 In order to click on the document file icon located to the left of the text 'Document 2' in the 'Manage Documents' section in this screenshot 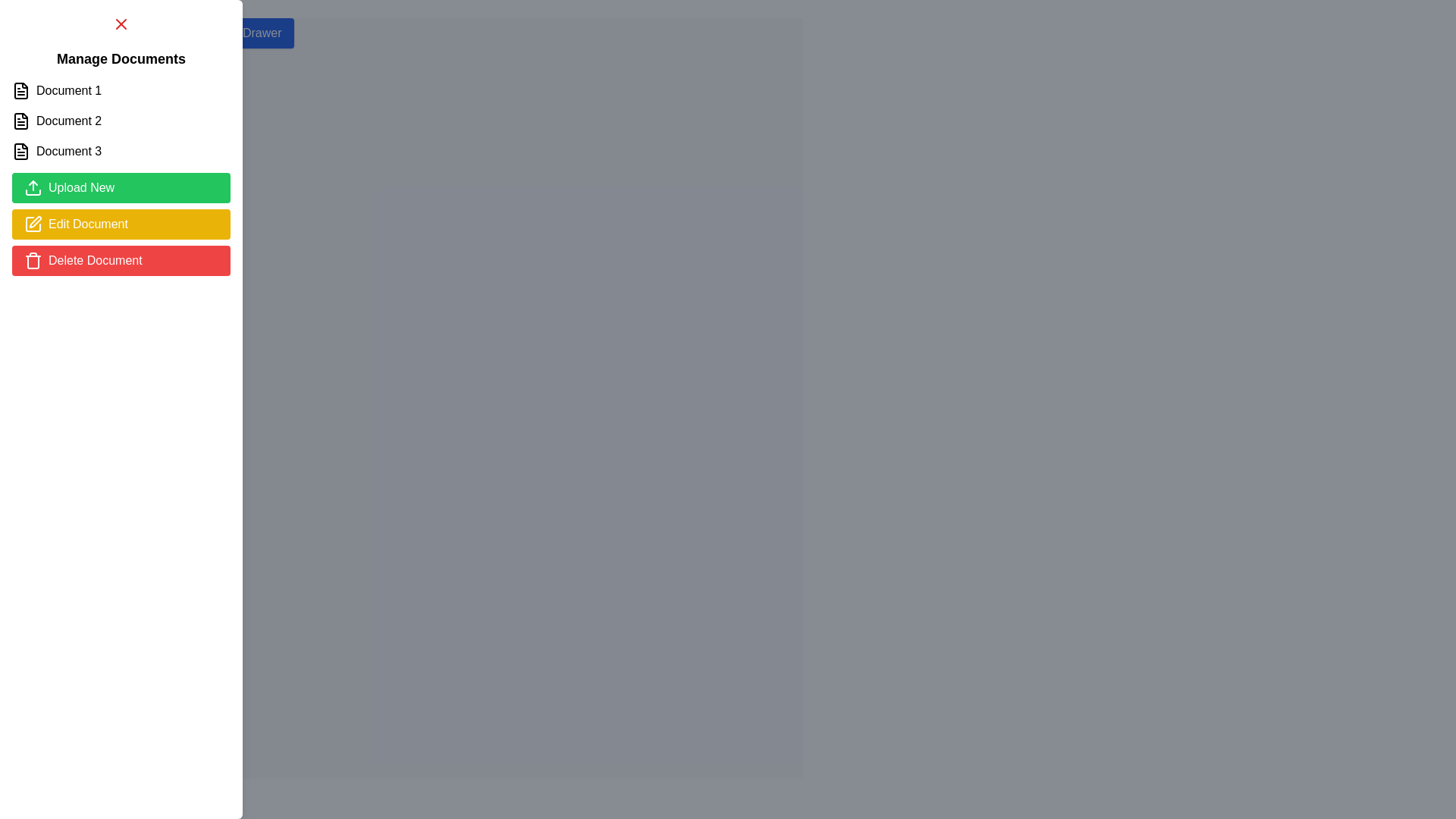, I will do `click(21, 120)`.